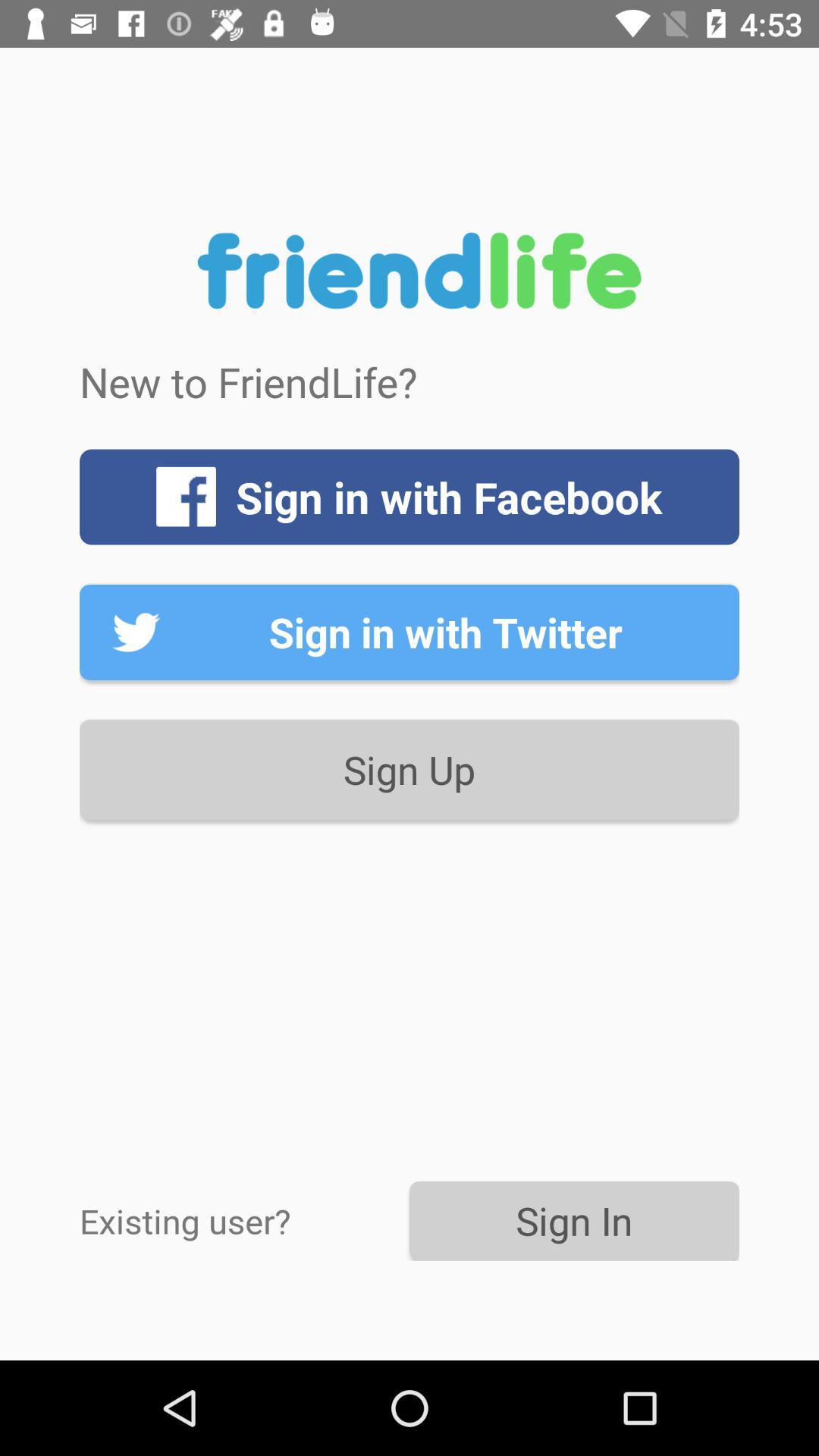 Image resolution: width=819 pixels, height=1456 pixels. What do you see at coordinates (243, 1220) in the screenshot?
I see `the existing user? at the bottom left corner` at bounding box center [243, 1220].